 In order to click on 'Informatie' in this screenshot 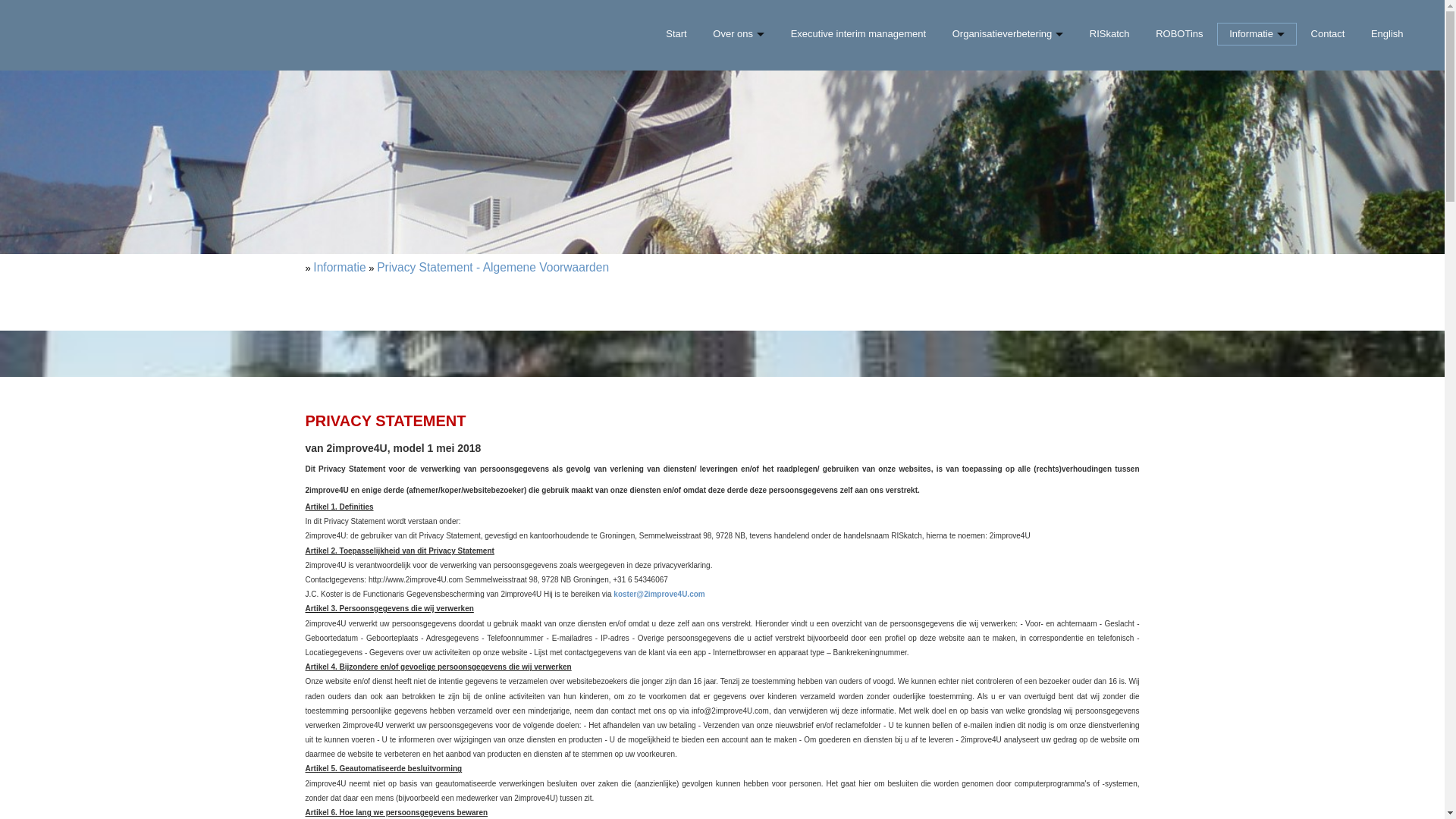, I will do `click(1257, 34)`.